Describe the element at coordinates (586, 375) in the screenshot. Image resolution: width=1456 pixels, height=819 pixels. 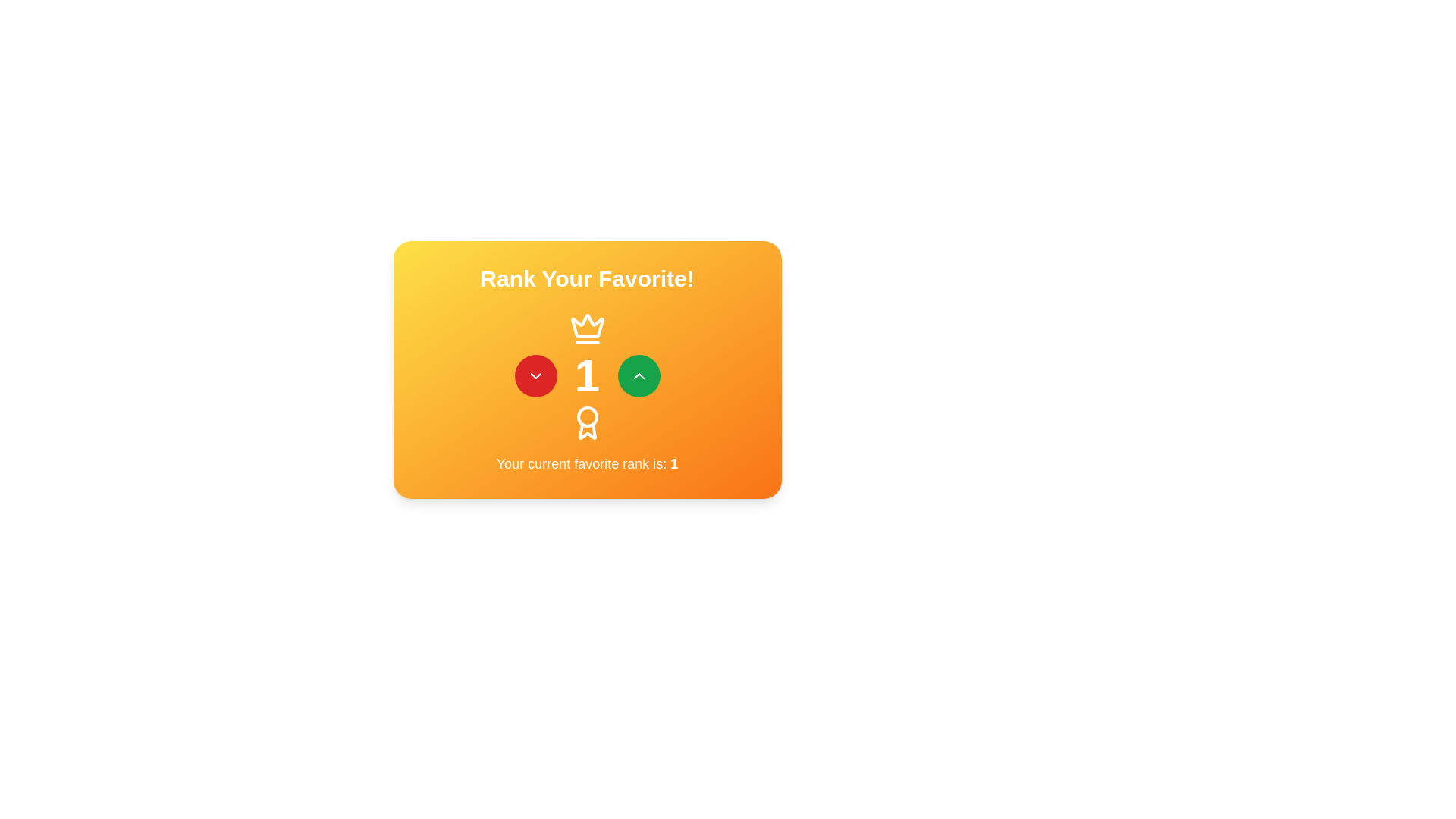
I see `the Text Label that displays the current rank or score, which is positioned centrally beneath a crown icon and above a medal icon` at that location.